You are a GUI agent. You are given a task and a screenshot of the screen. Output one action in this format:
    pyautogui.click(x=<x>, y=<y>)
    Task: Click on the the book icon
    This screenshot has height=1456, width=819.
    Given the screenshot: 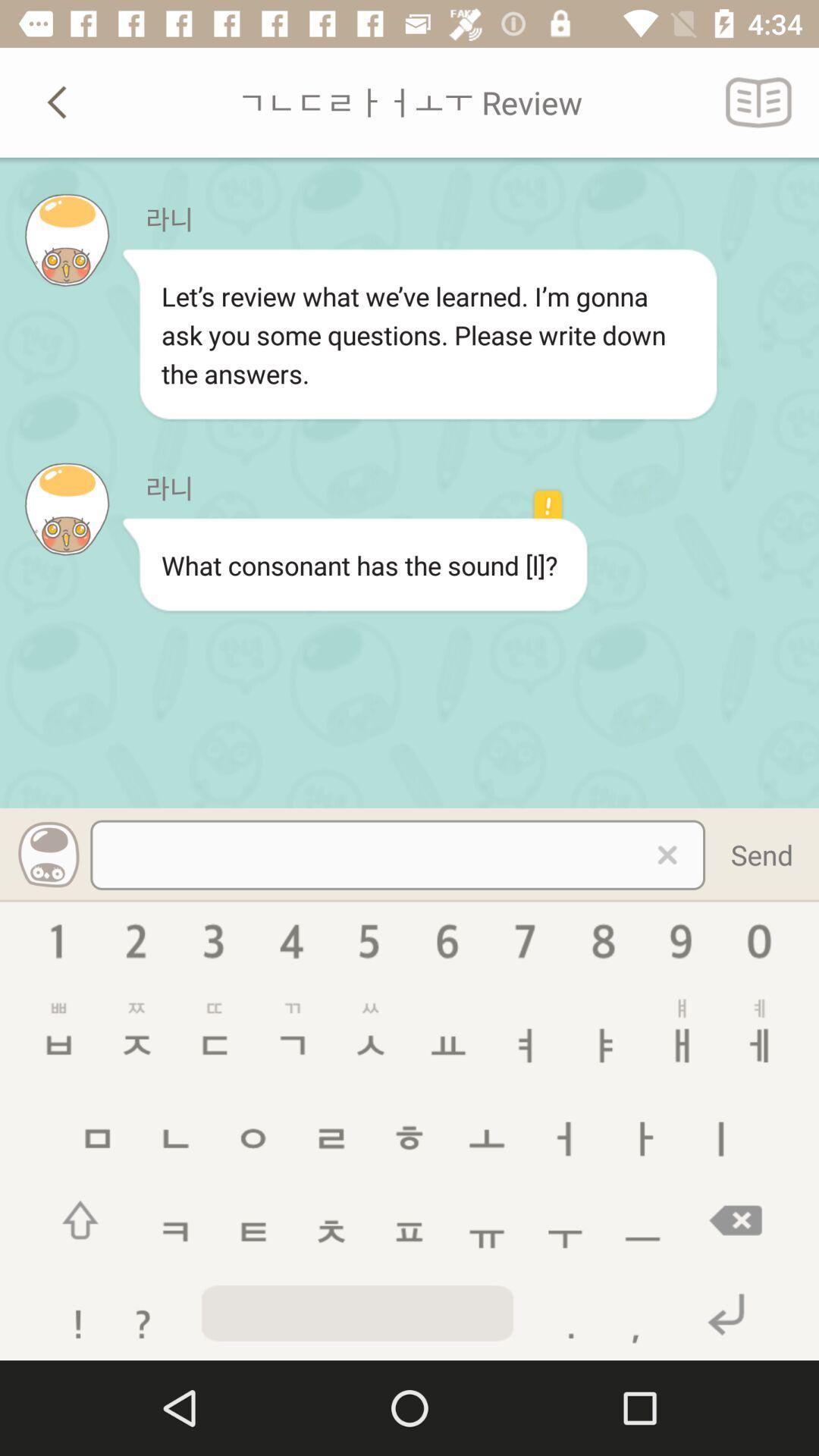 What is the action you would take?
    pyautogui.click(x=759, y=101)
    